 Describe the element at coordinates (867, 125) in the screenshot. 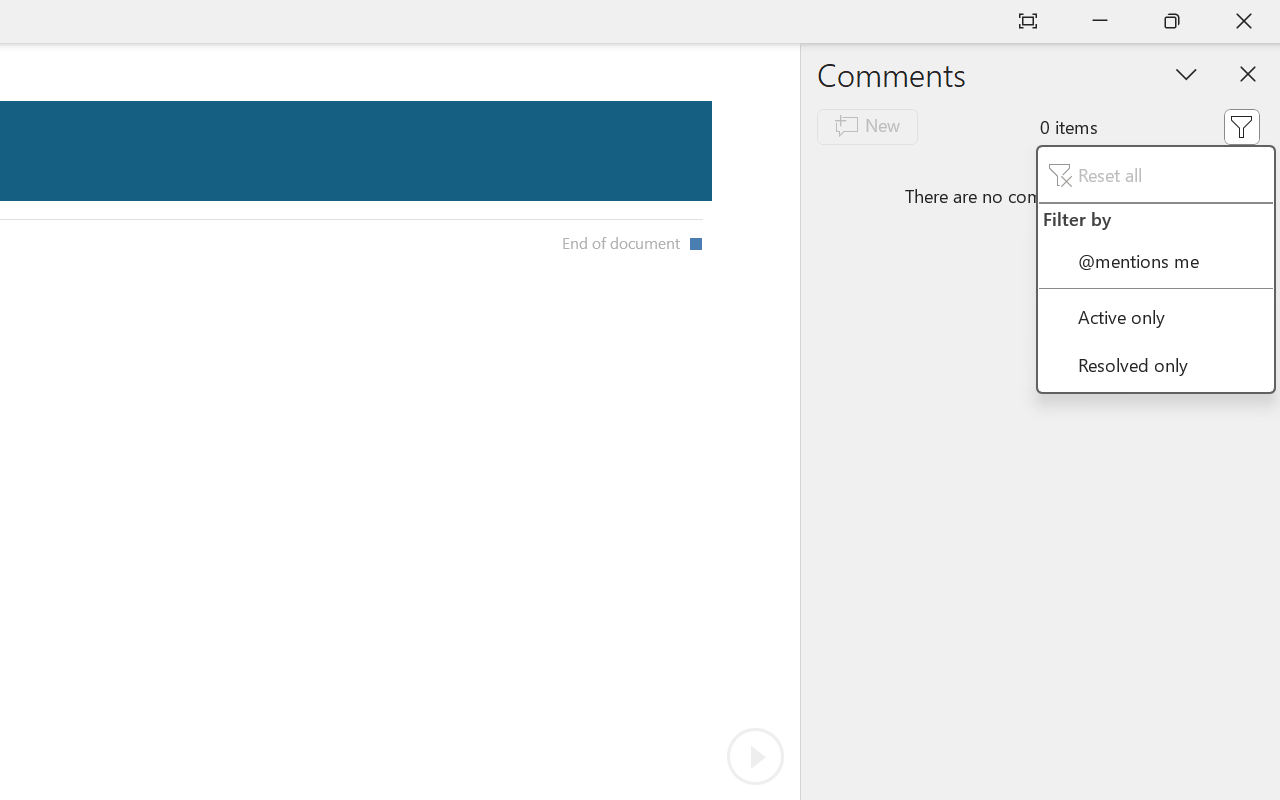

I see `'New comment'` at that location.